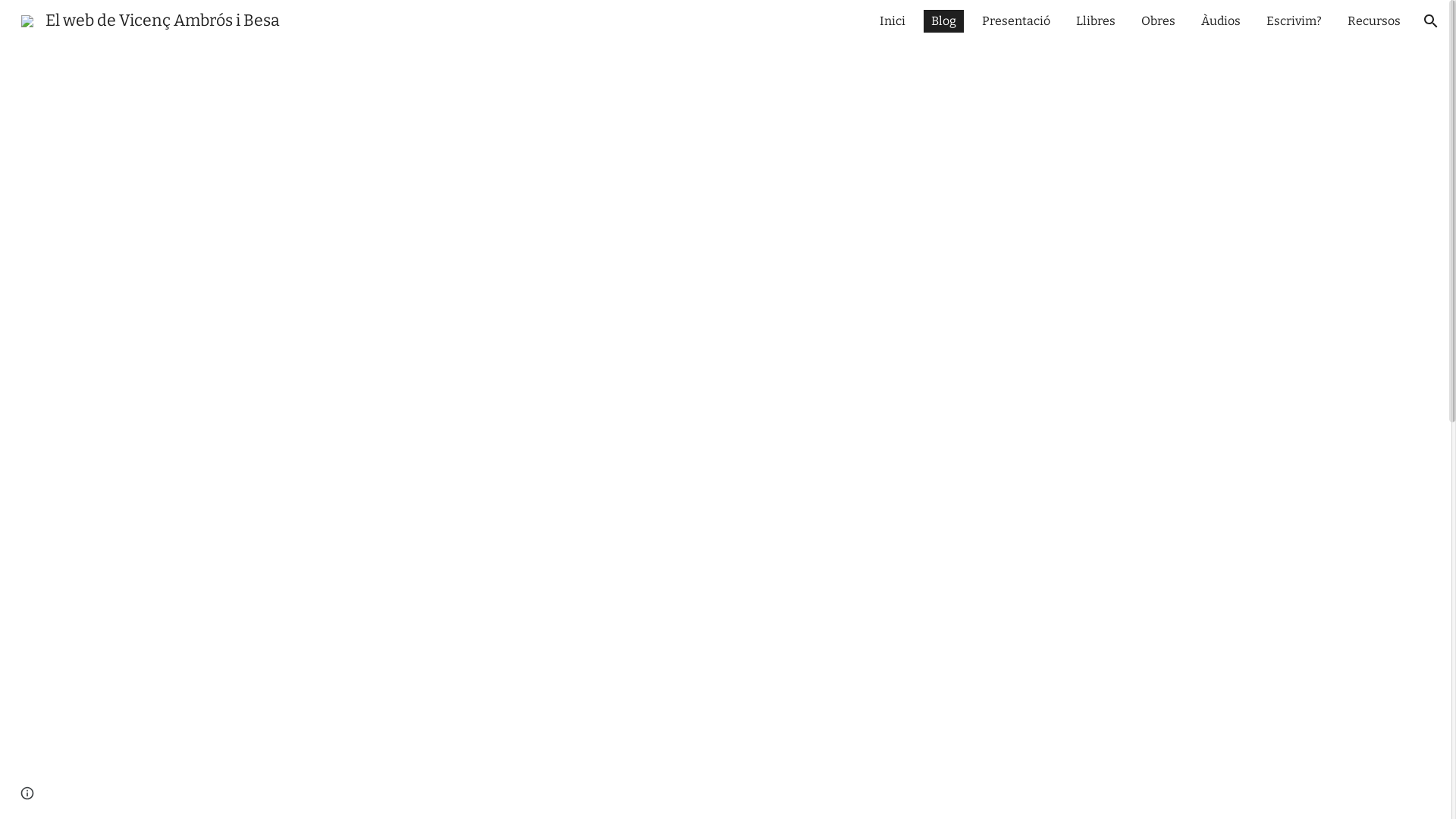  I want to click on 'Obres', so click(1157, 20).